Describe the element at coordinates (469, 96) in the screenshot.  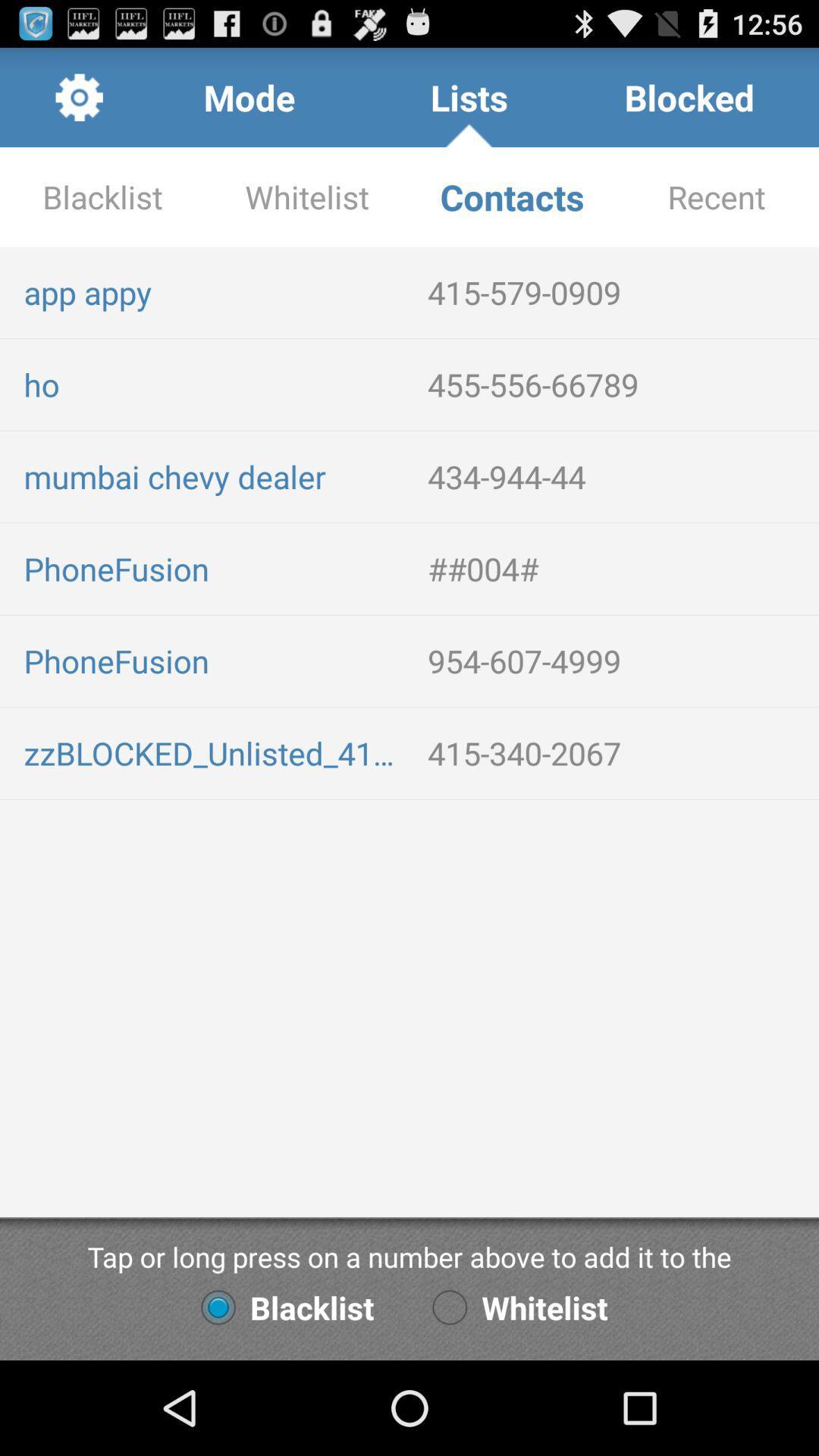
I see `the lists item` at that location.